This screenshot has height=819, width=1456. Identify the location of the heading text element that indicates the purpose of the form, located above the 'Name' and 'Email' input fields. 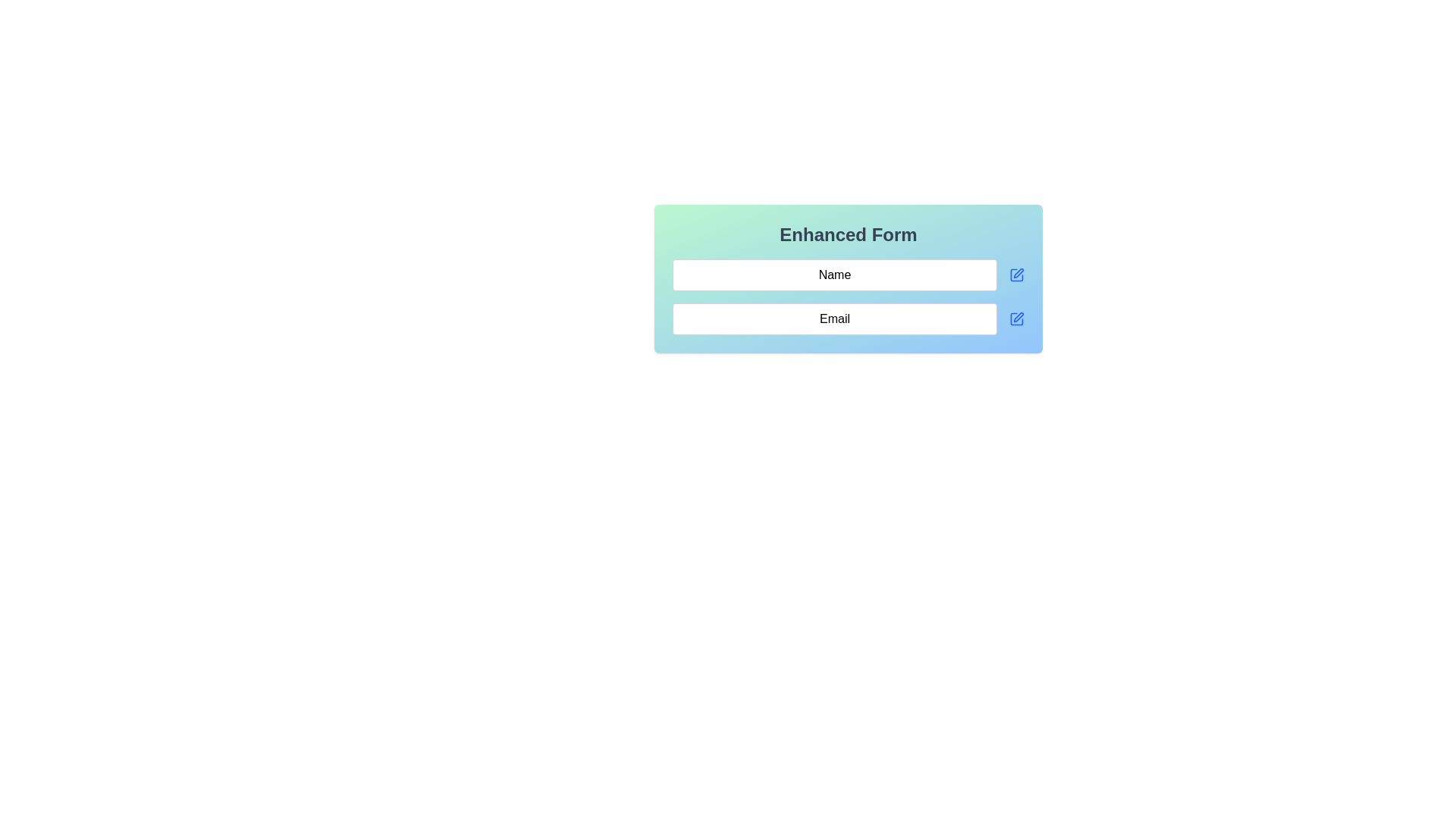
(847, 234).